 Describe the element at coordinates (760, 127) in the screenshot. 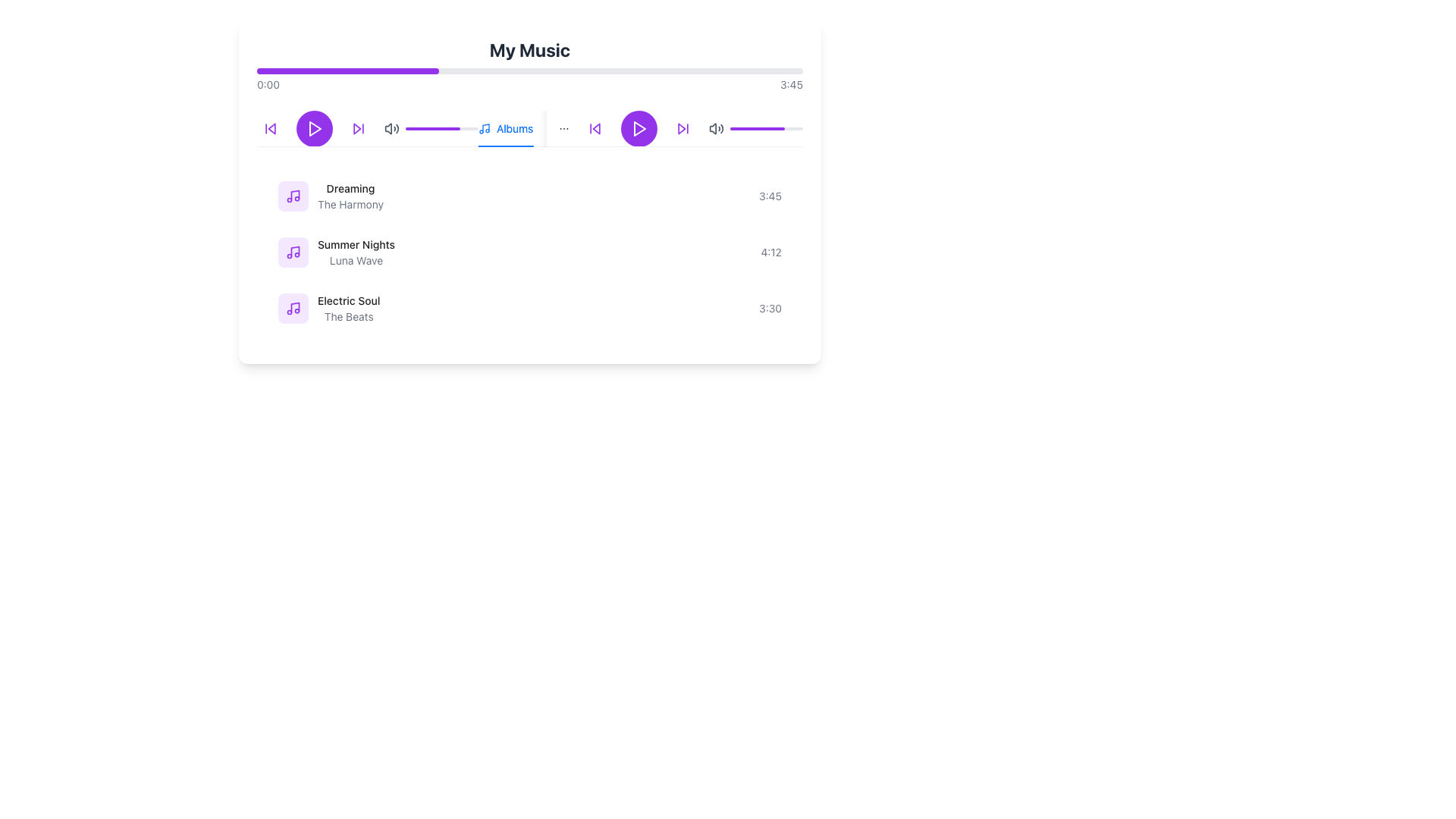

I see `volume` at that location.